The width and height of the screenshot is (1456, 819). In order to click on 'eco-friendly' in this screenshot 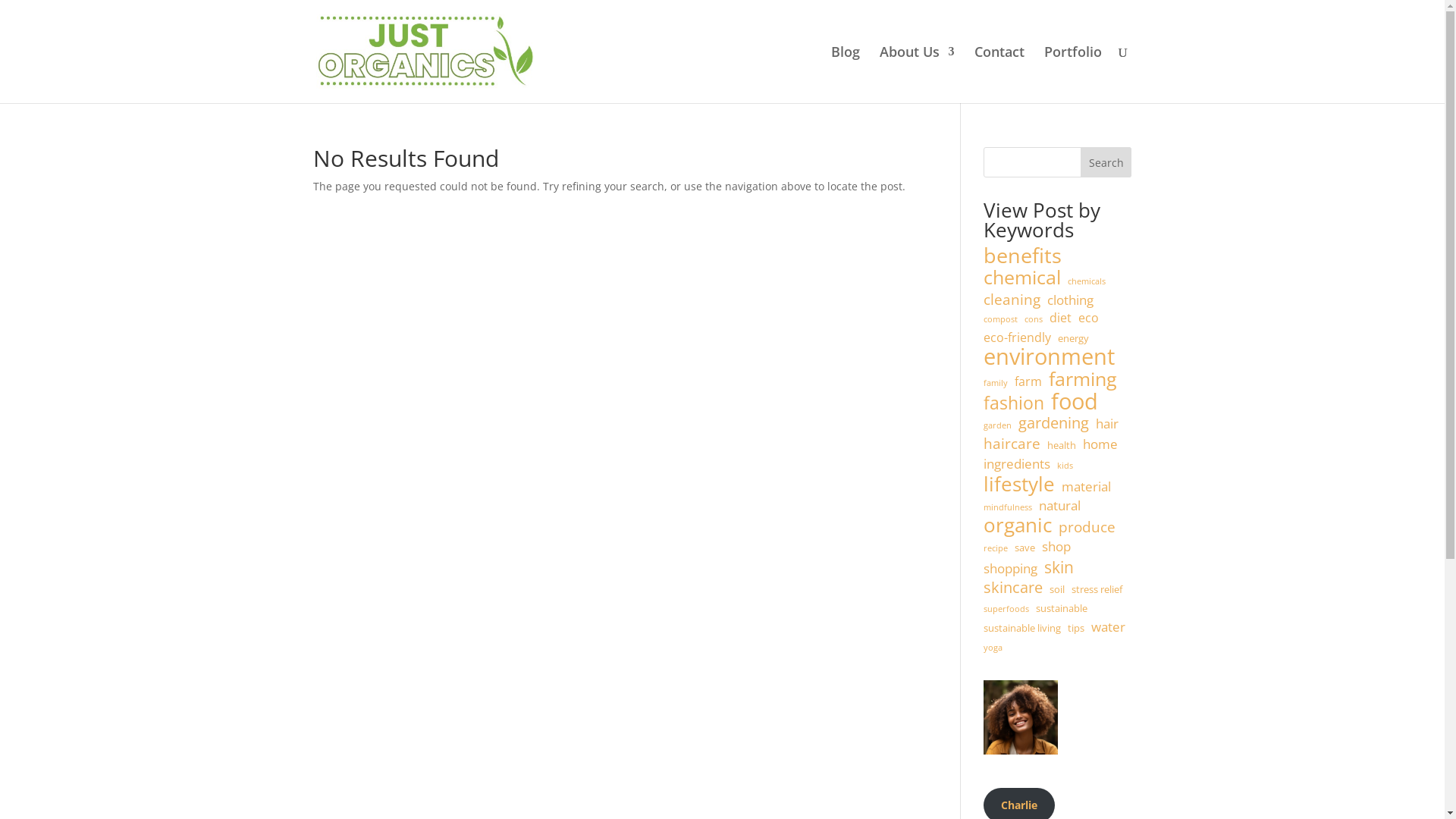, I will do `click(1017, 337)`.